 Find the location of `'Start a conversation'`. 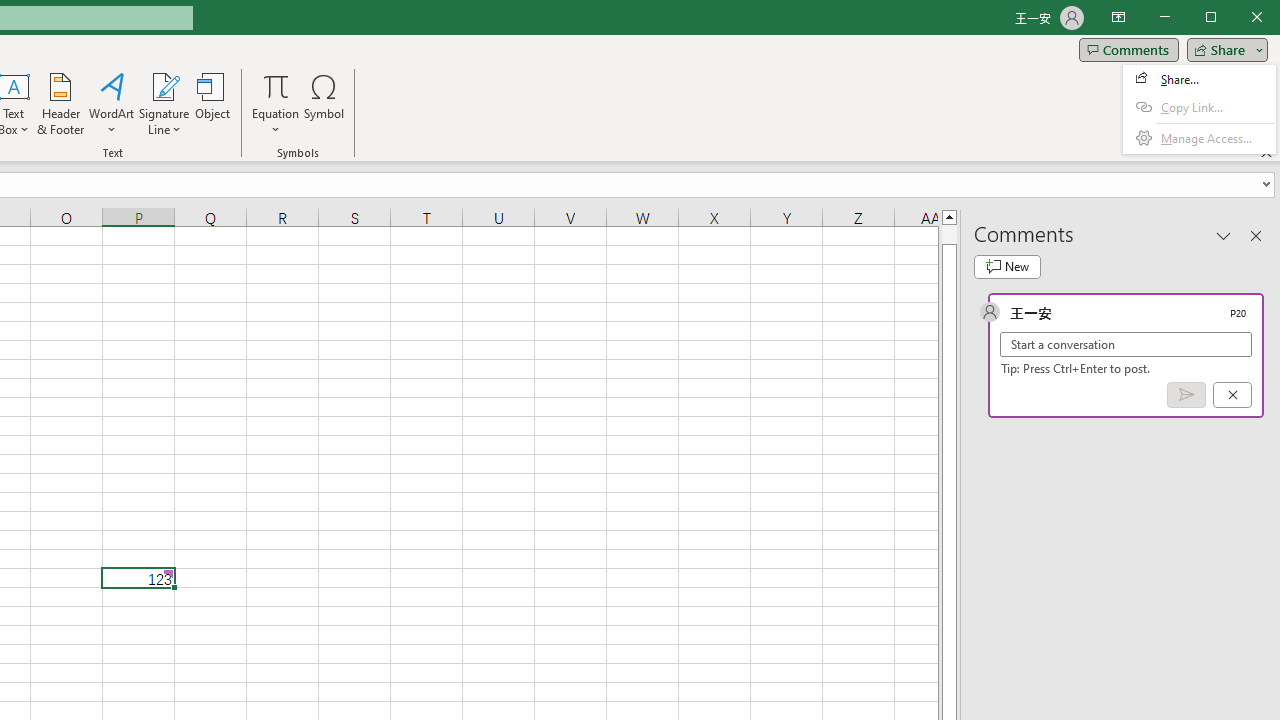

'Start a conversation' is located at coordinates (1126, 343).